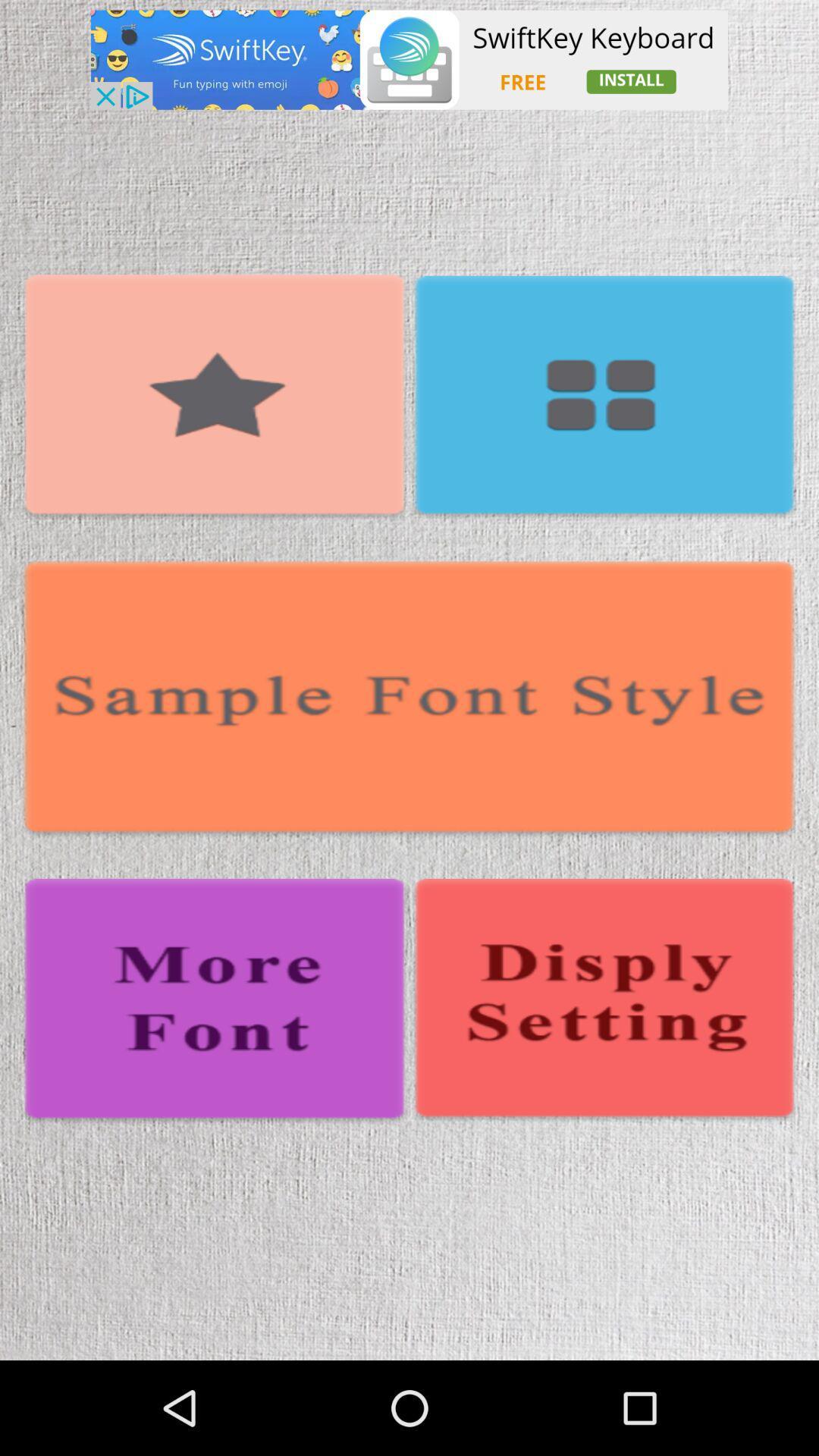  What do you see at coordinates (409, 699) in the screenshot?
I see `font styles` at bounding box center [409, 699].